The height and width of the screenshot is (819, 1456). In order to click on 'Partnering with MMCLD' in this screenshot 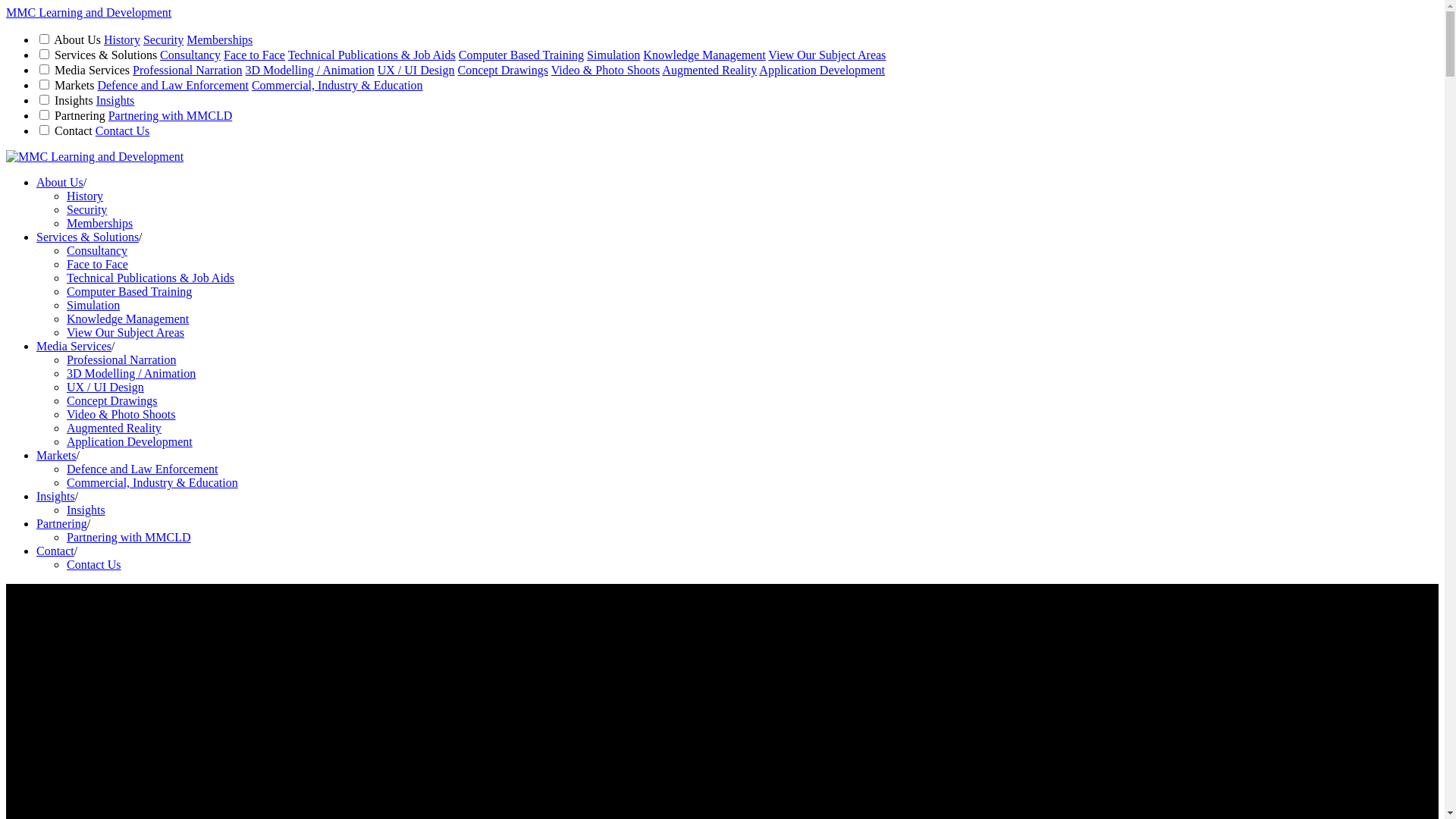, I will do `click(171, 115)`.